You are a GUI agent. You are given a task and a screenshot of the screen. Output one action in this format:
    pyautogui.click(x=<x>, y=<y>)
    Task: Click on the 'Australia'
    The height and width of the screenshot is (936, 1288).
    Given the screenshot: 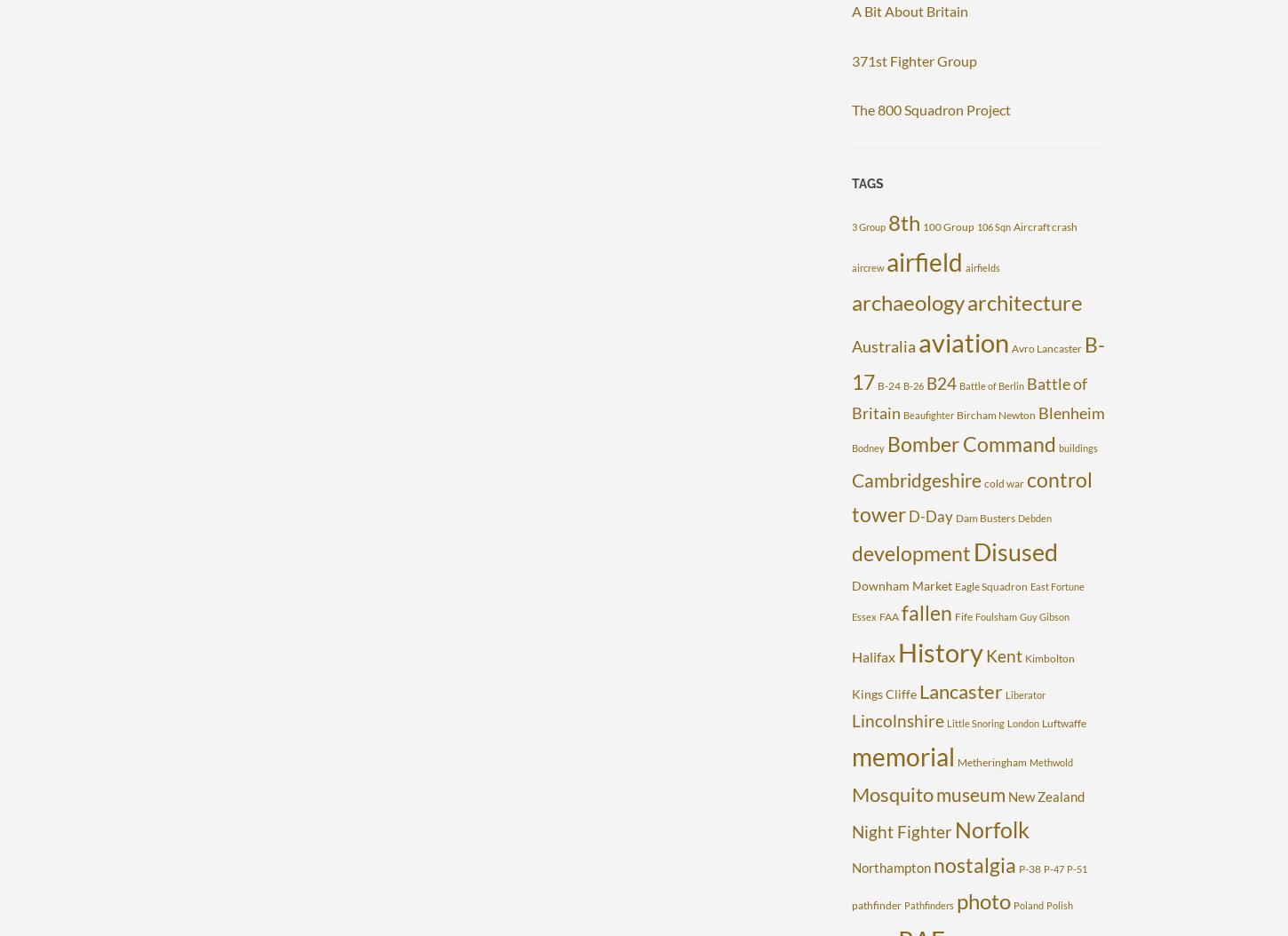 What is the action you would take?
    pyautogui.click(x=883, y=345)
    